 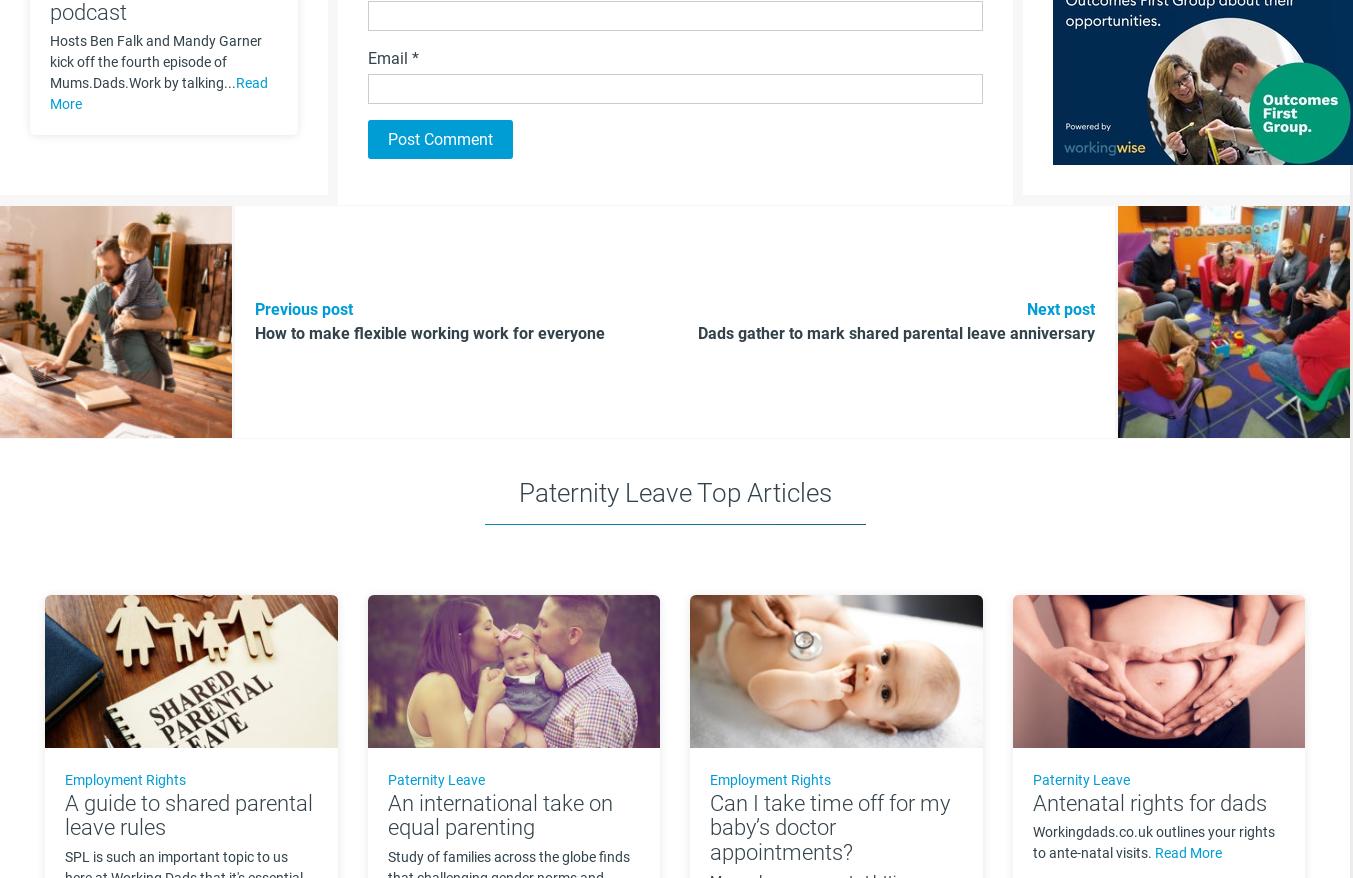 What do you see at coordinates (255, 309) in the screenshot?
I see `'Previous post'` at bounding box center [255, 309].